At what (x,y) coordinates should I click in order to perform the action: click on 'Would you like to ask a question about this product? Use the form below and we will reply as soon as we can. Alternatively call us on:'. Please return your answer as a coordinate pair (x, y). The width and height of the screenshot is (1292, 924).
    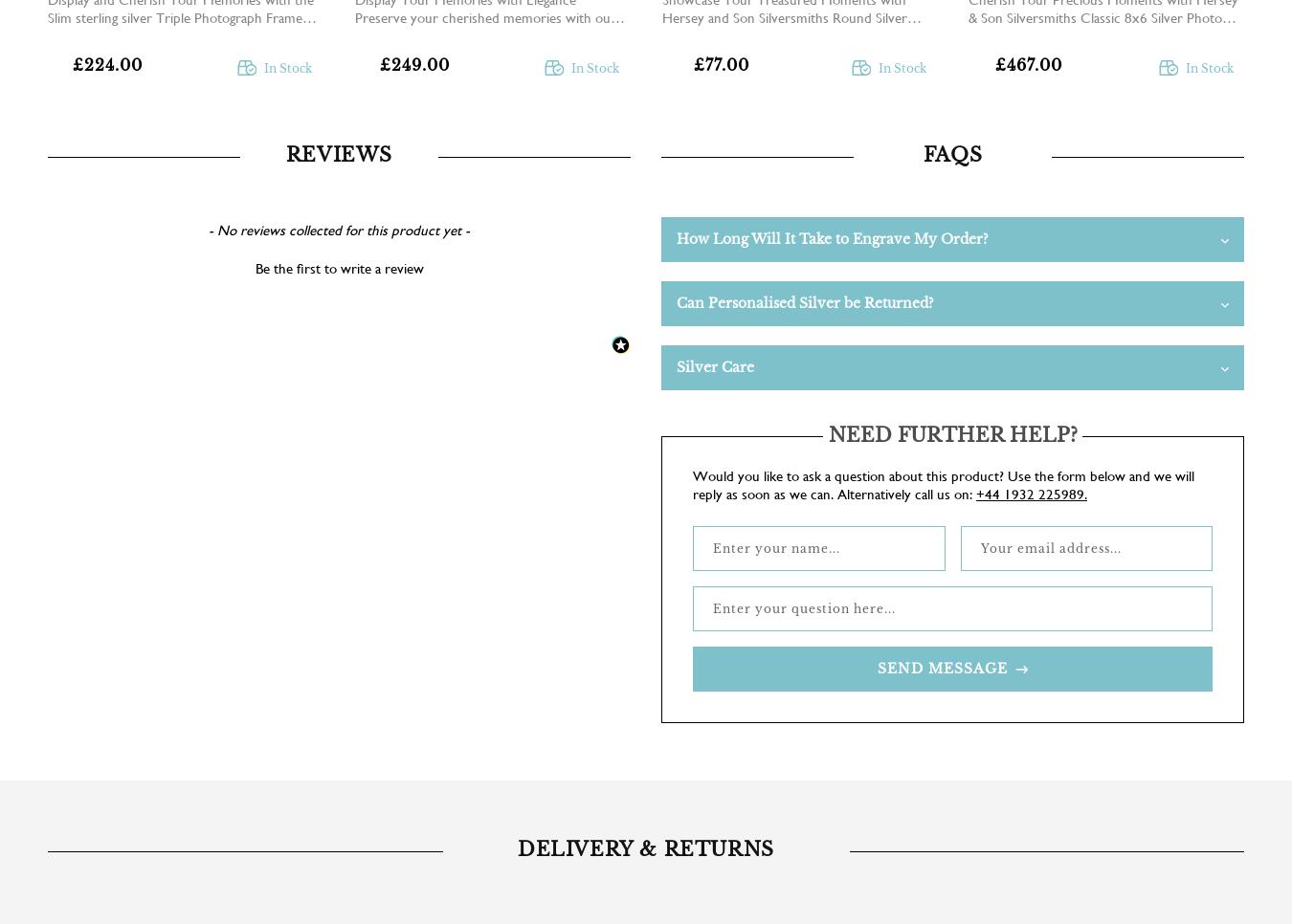
    Looking at the image, I should click on (943, 483).